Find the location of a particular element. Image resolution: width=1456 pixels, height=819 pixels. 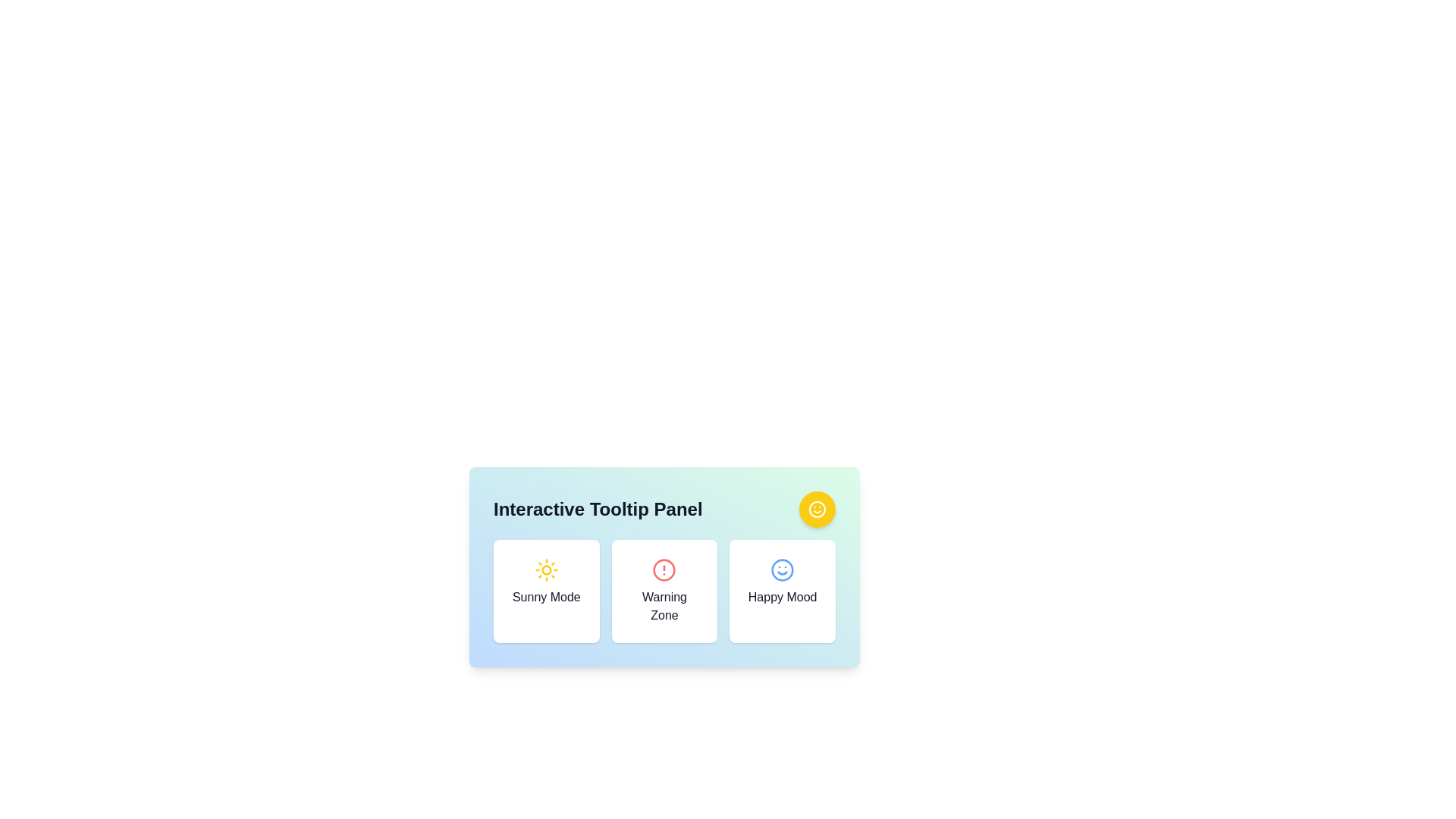

the middle static visual card component that indicates a warning state or zone, which is centered within a three-card arrangement is located at coordinates (664, 590).